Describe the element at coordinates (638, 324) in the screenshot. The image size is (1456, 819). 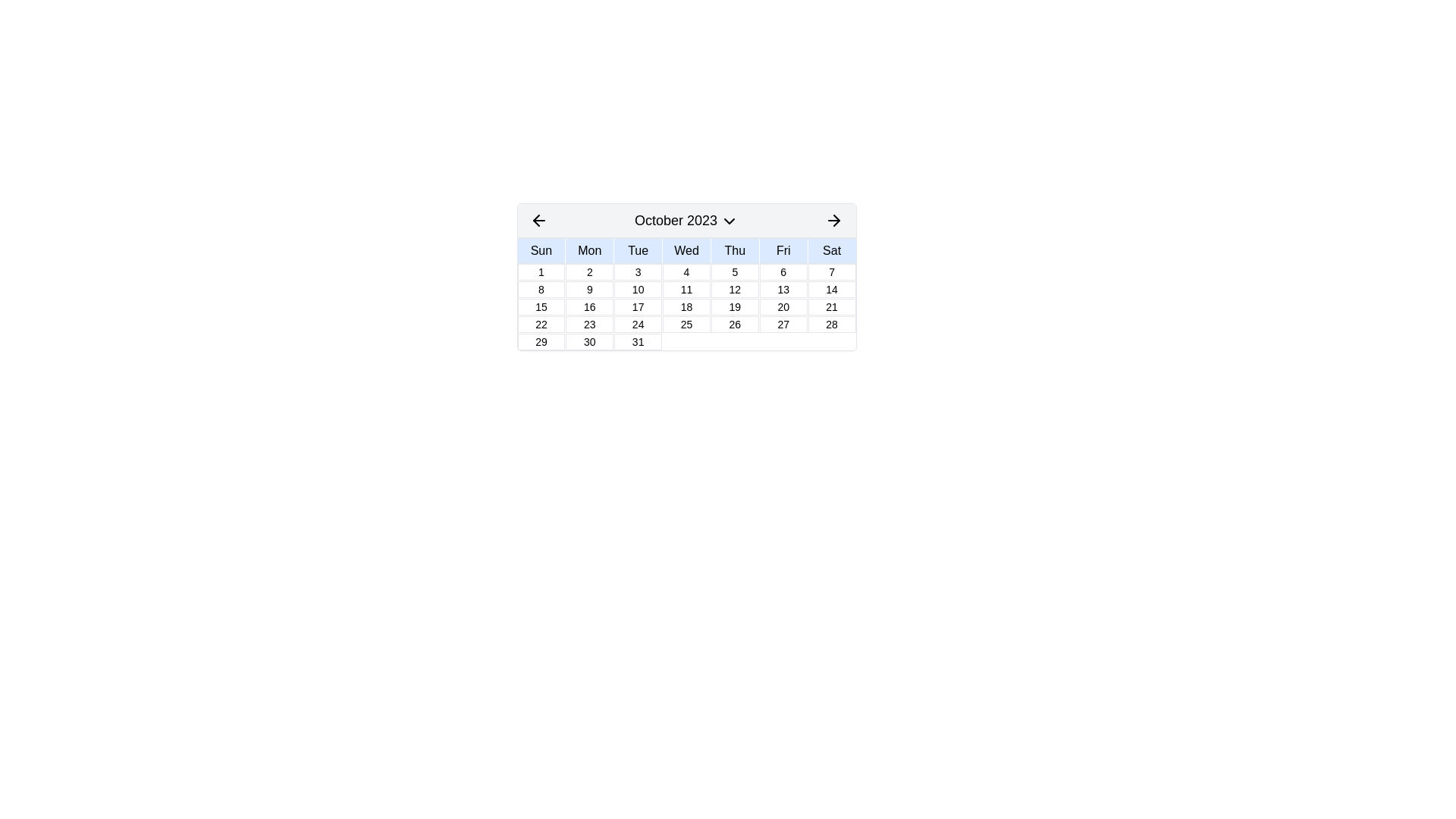
I see `the '24' day number within the calendar month view` at that location.